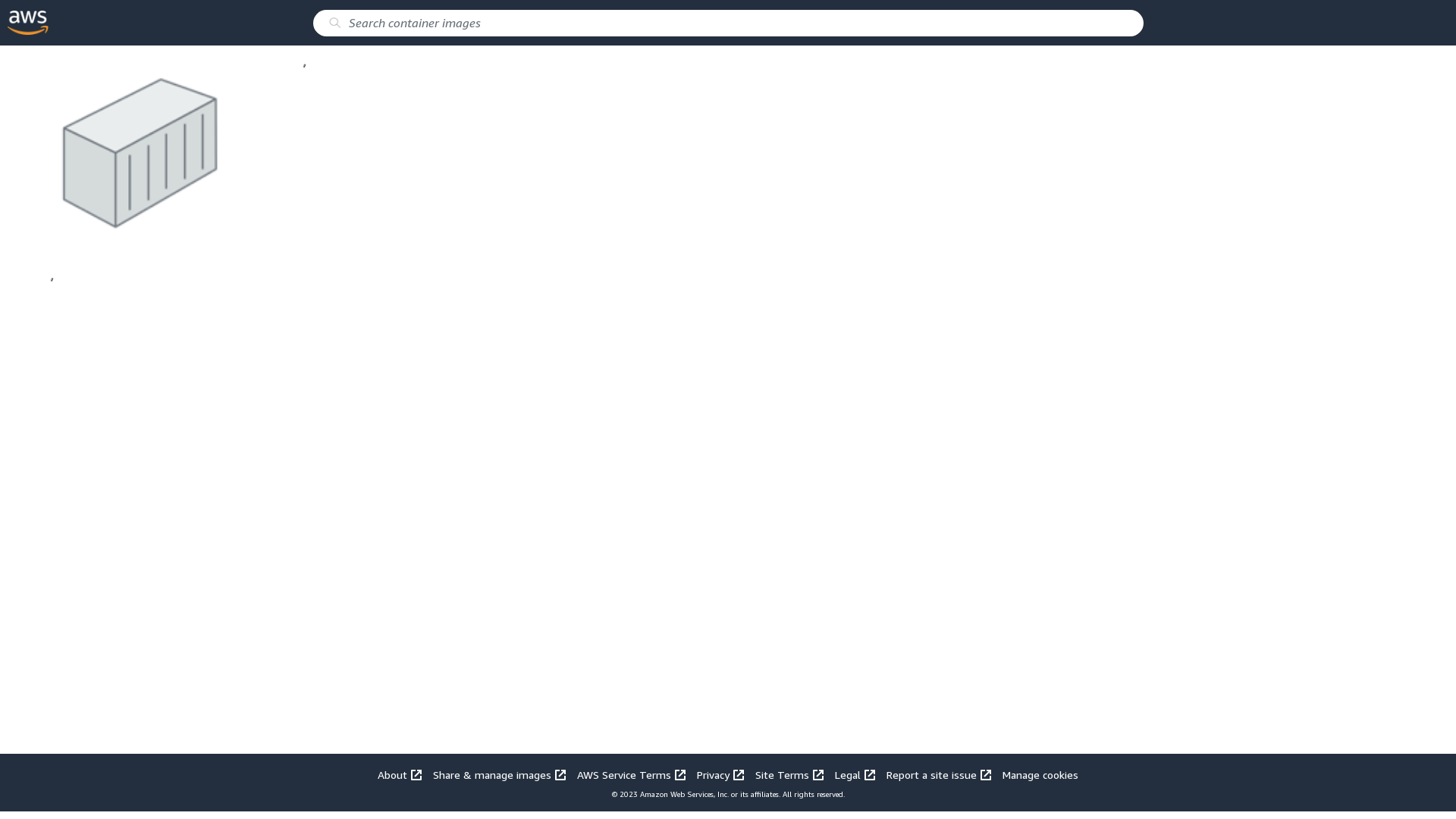  Describe the element at coordinates (784, 774) in the screenshot. I see `'Site Terms '` at that location.